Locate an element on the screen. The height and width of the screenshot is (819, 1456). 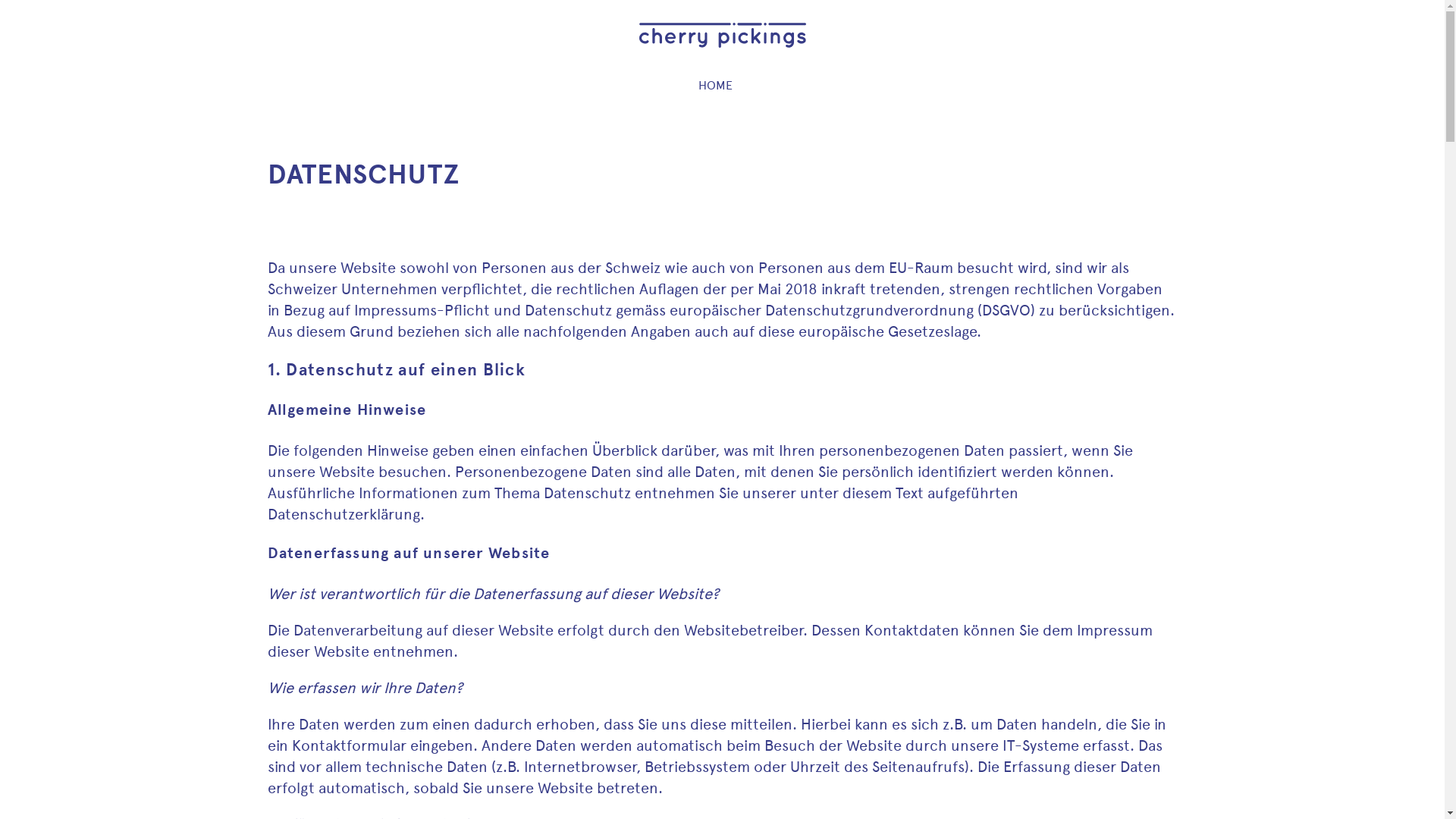
'HOME' is located at coordinates (714, 85).